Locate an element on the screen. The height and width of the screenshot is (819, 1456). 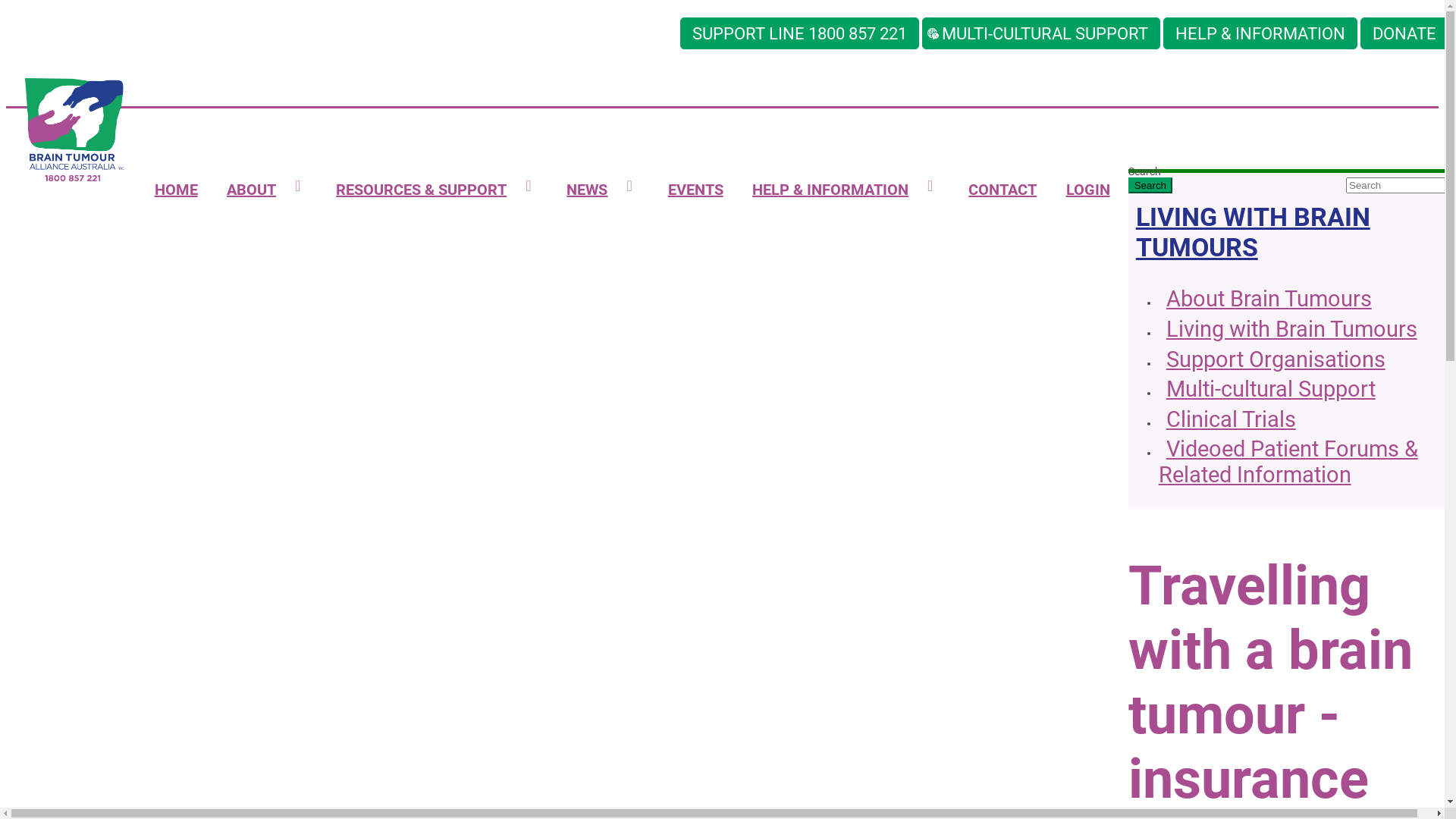
'LOGIN' is located at coordinates (1087, 189).